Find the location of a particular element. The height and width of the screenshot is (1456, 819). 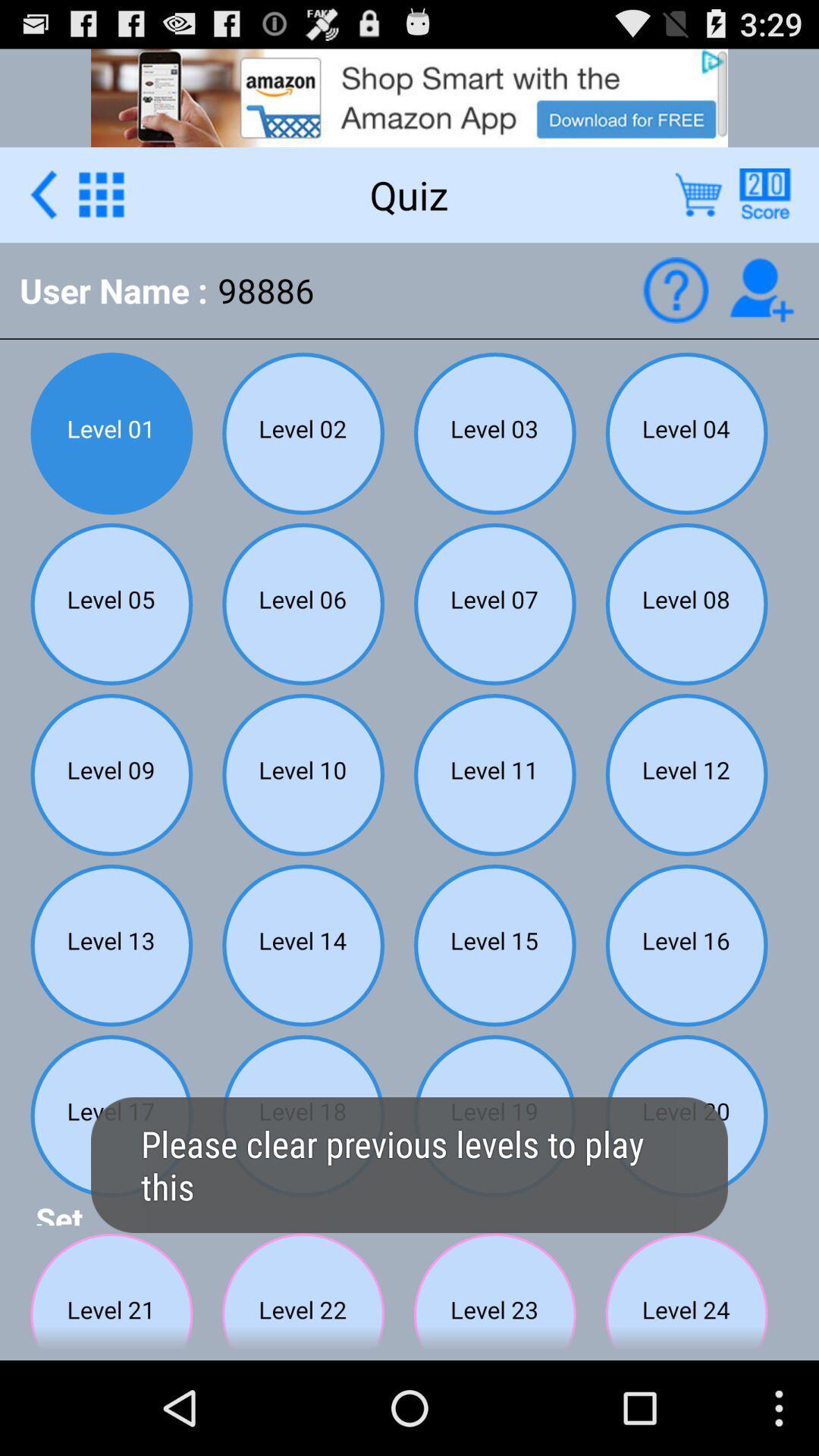

the dialpad icon is located at coordinates (101, 207).